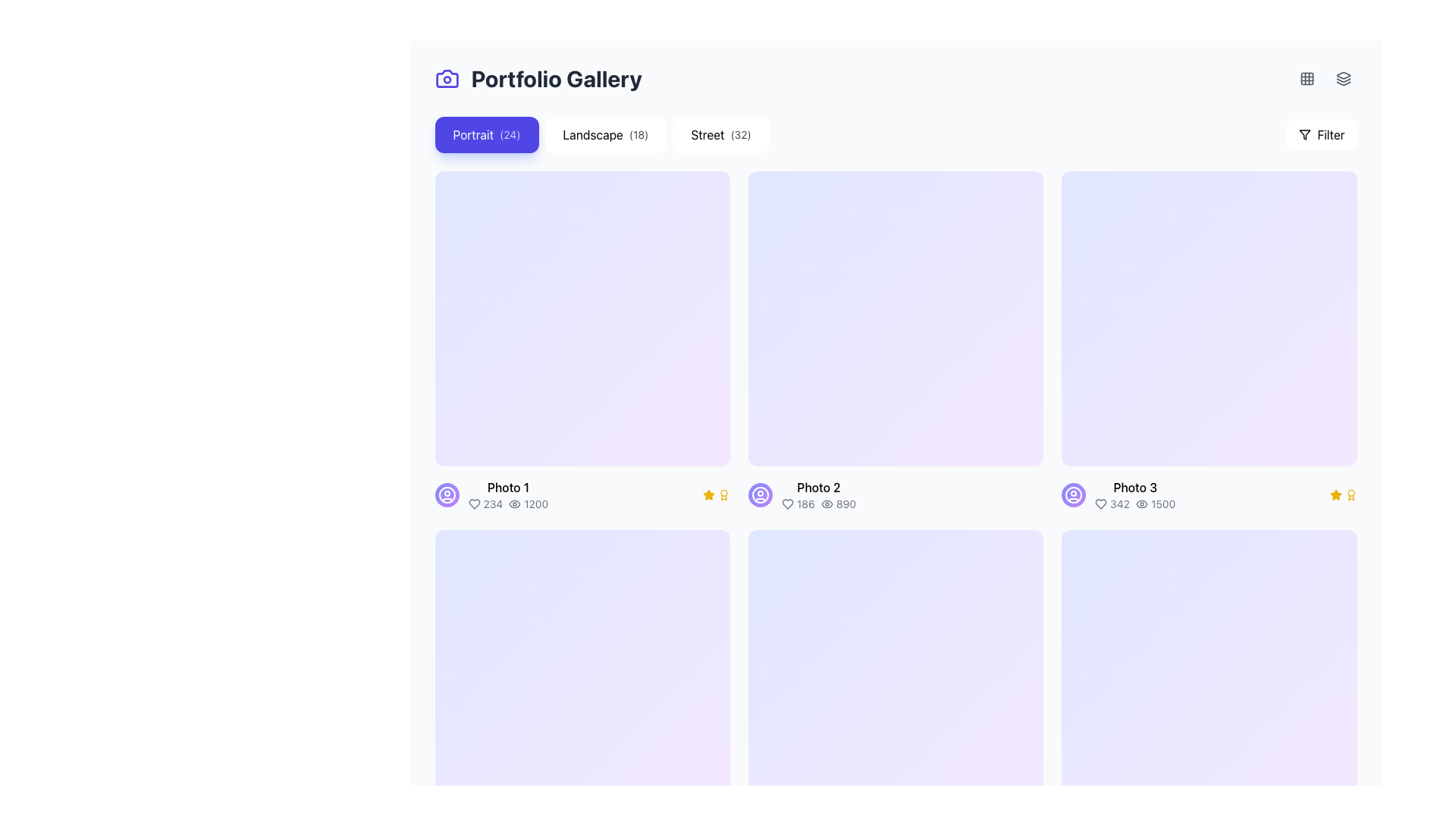  Describe the element at coordinates (1306, 79) in the screenshot. I see `the grid icon button, which is styled with a light gray tone and located in the top-right corner of the interface` at that location.